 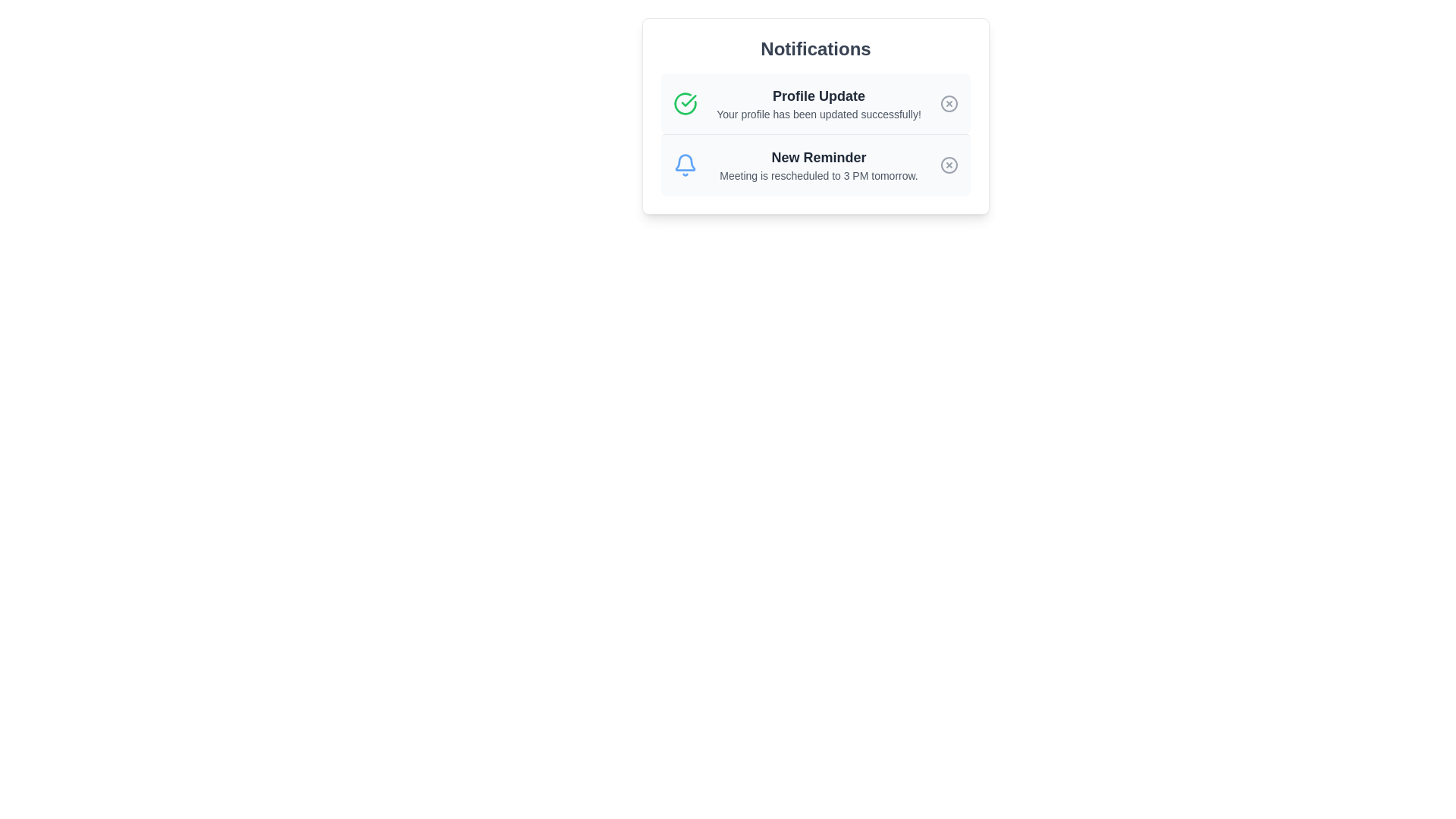 What do you see at coordinates (818, 165) in the screenshot?
I see `text notification that informs the user about an updated schedule for a meeting, located as the second notification in the center of the visible notification box` at bounding box center [818, 165].